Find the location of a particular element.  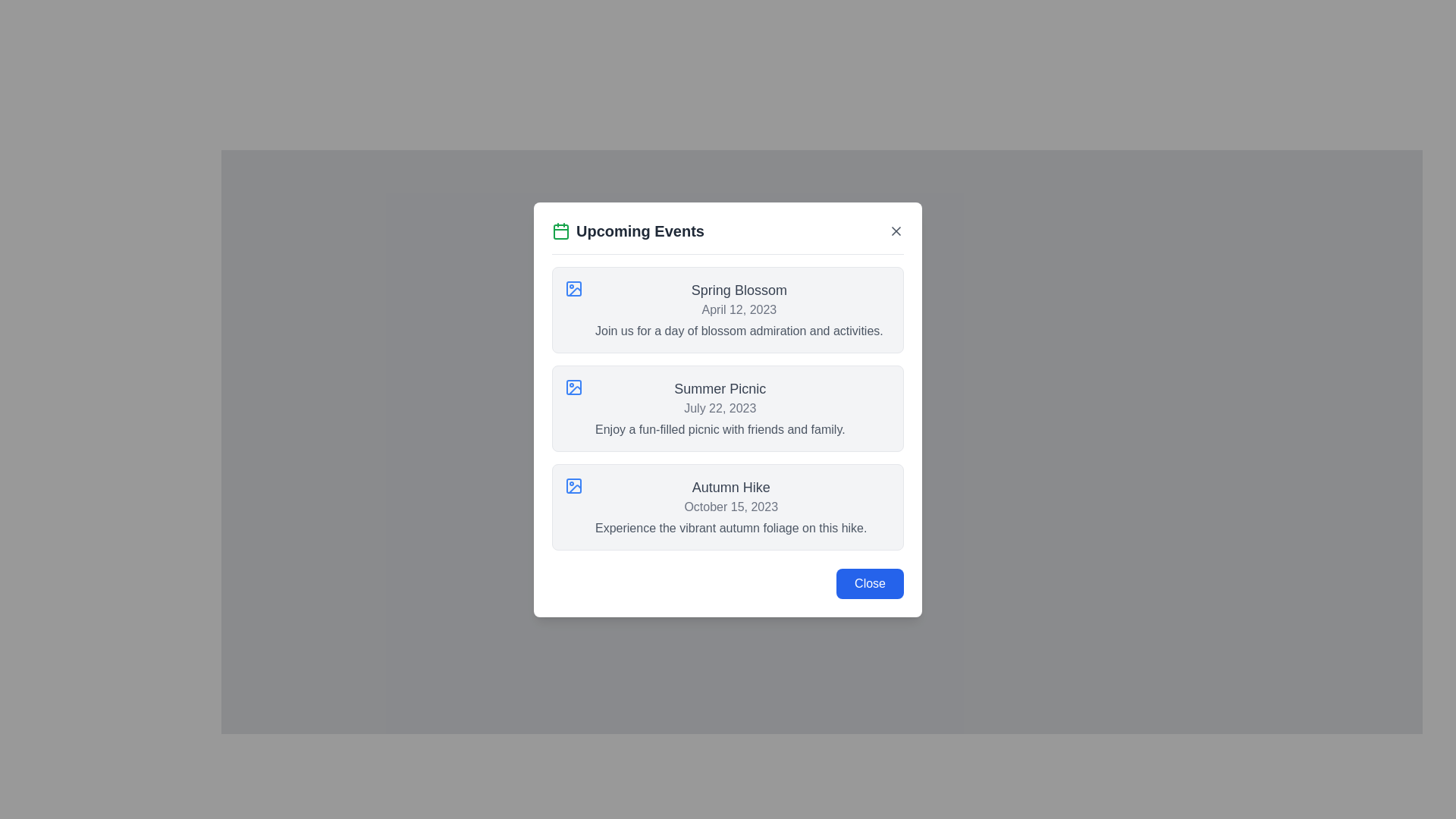

the third item in the 'Upcoming Events' modal, which is a text content block providing details about an upcoming event is located at coordinates (731, 507).